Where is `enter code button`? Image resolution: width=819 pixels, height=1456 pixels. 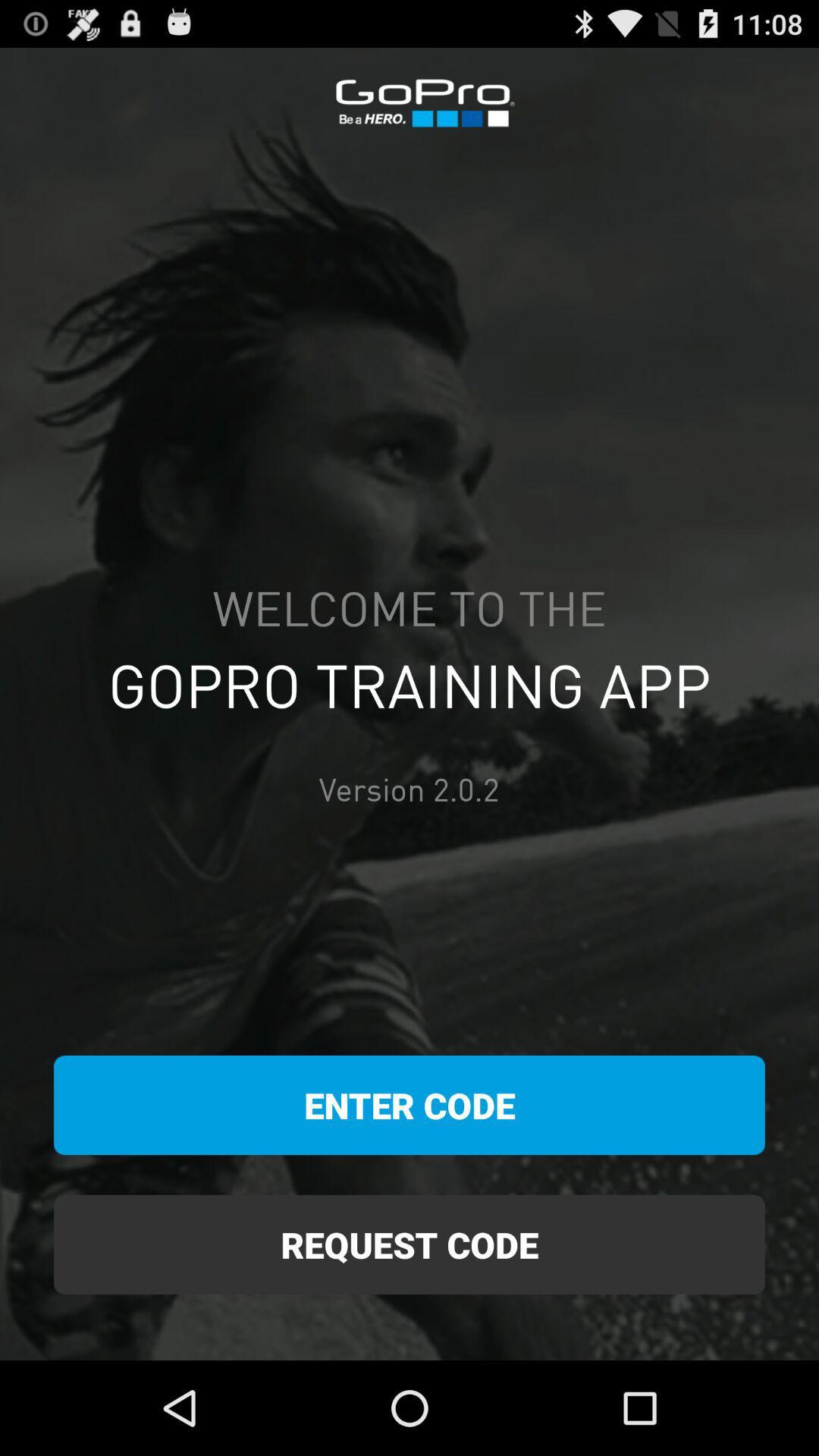
enter code button is located at coordinates (409, 1105).